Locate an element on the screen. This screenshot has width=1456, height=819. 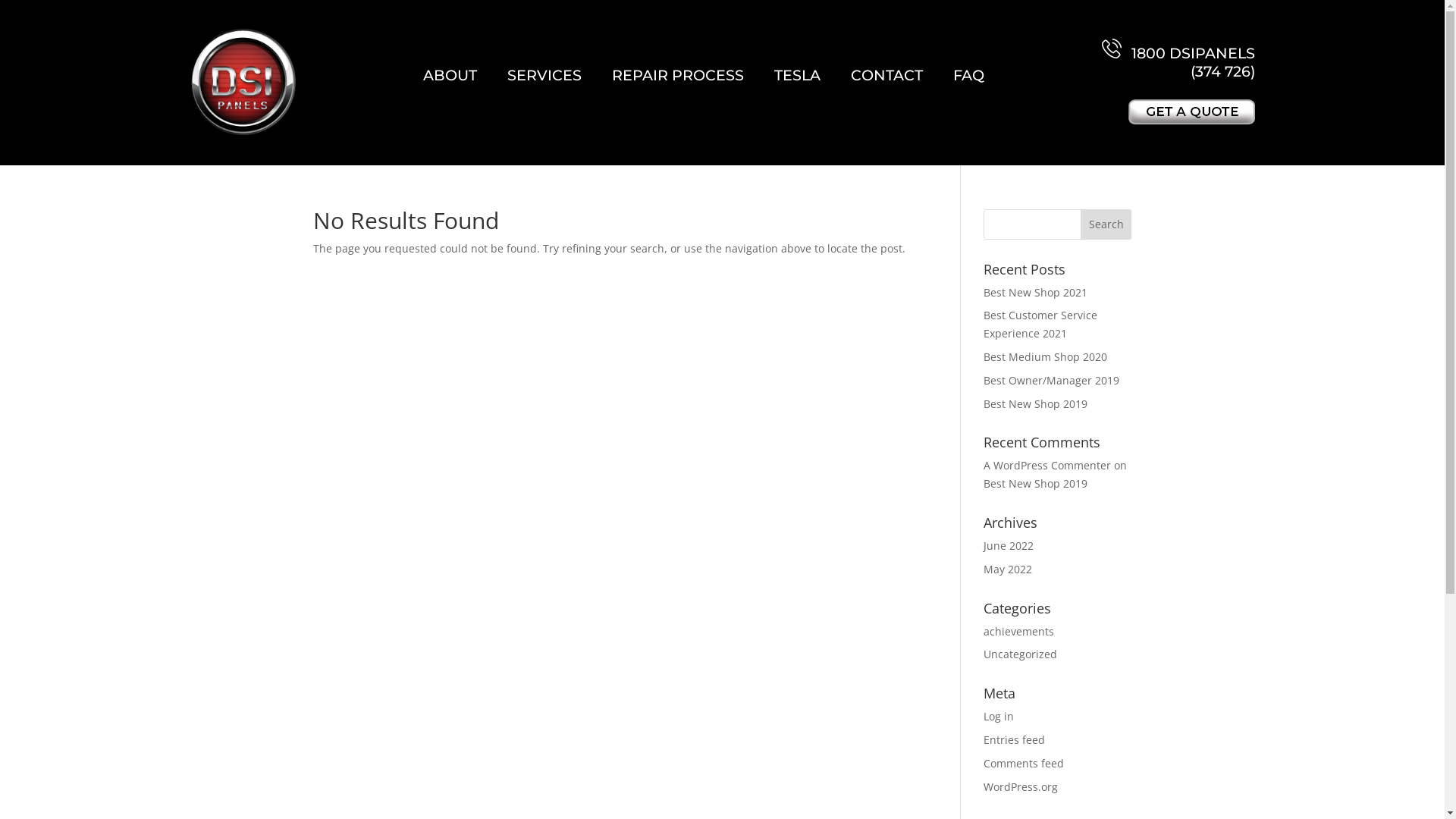
'TESLA' is located at coordinates (796, 75).